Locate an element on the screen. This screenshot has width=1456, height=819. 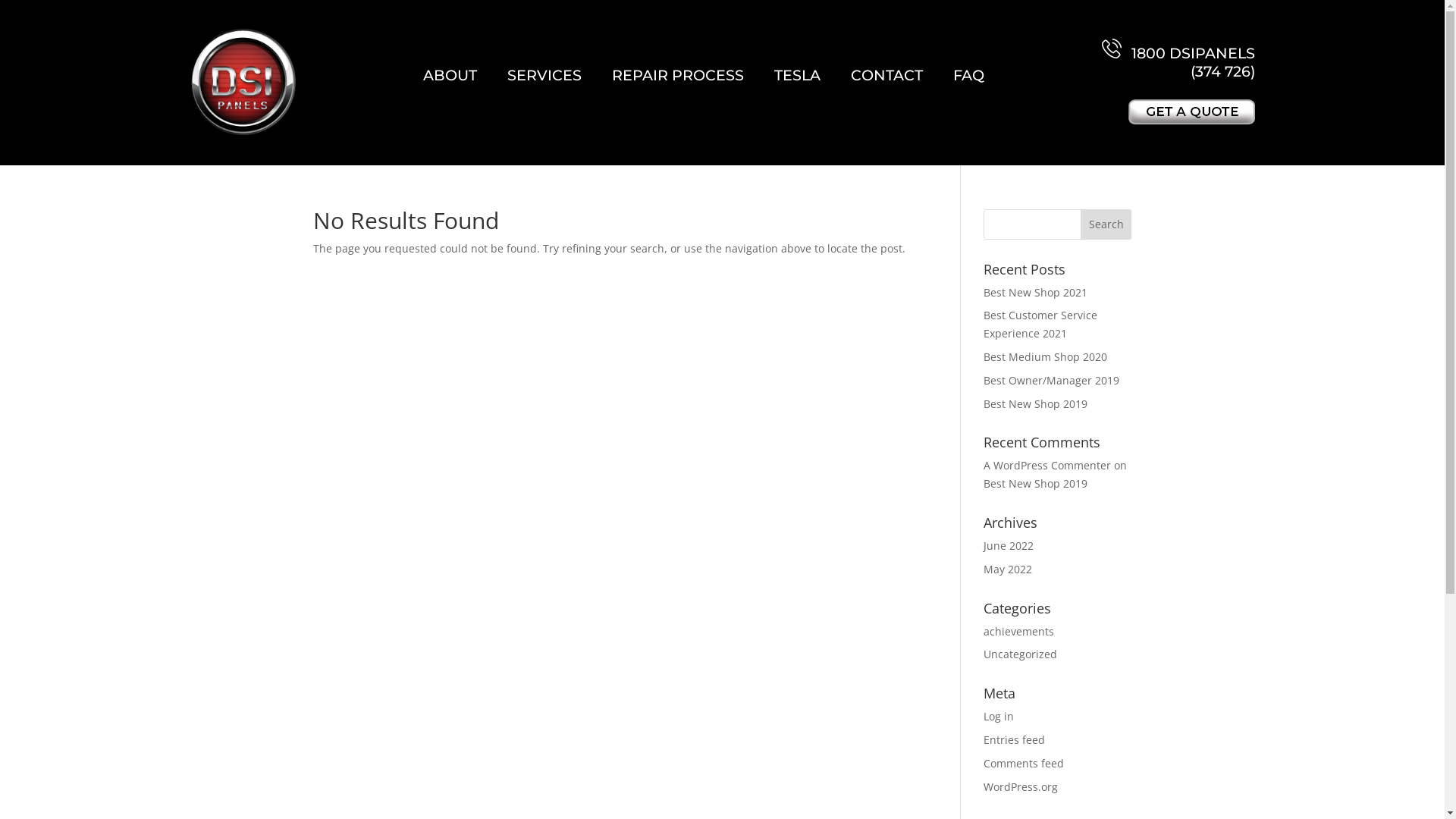
'TESLA' is located at coordinates (796, 75).